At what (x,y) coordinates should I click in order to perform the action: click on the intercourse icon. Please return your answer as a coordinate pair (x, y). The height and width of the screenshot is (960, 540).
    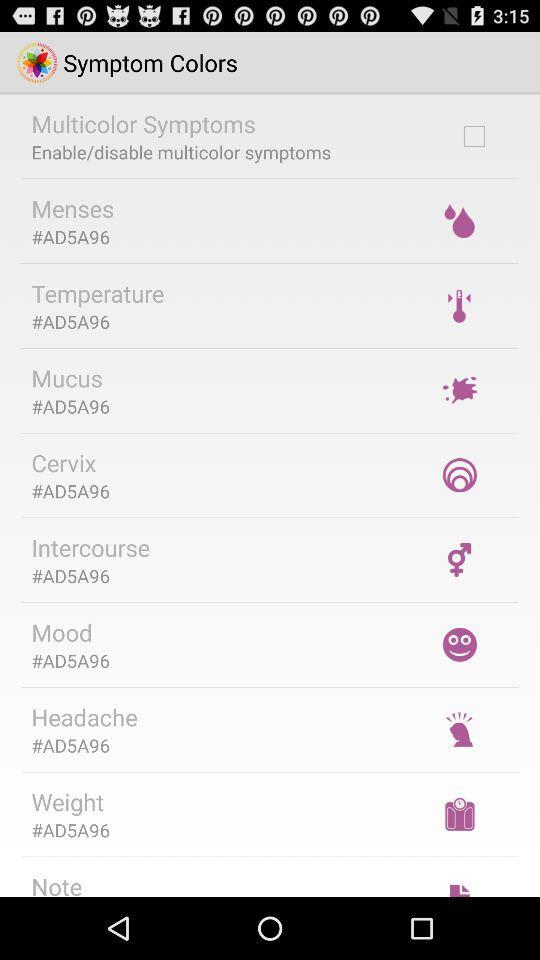
    Looking at the image, I should click on (89, 547).